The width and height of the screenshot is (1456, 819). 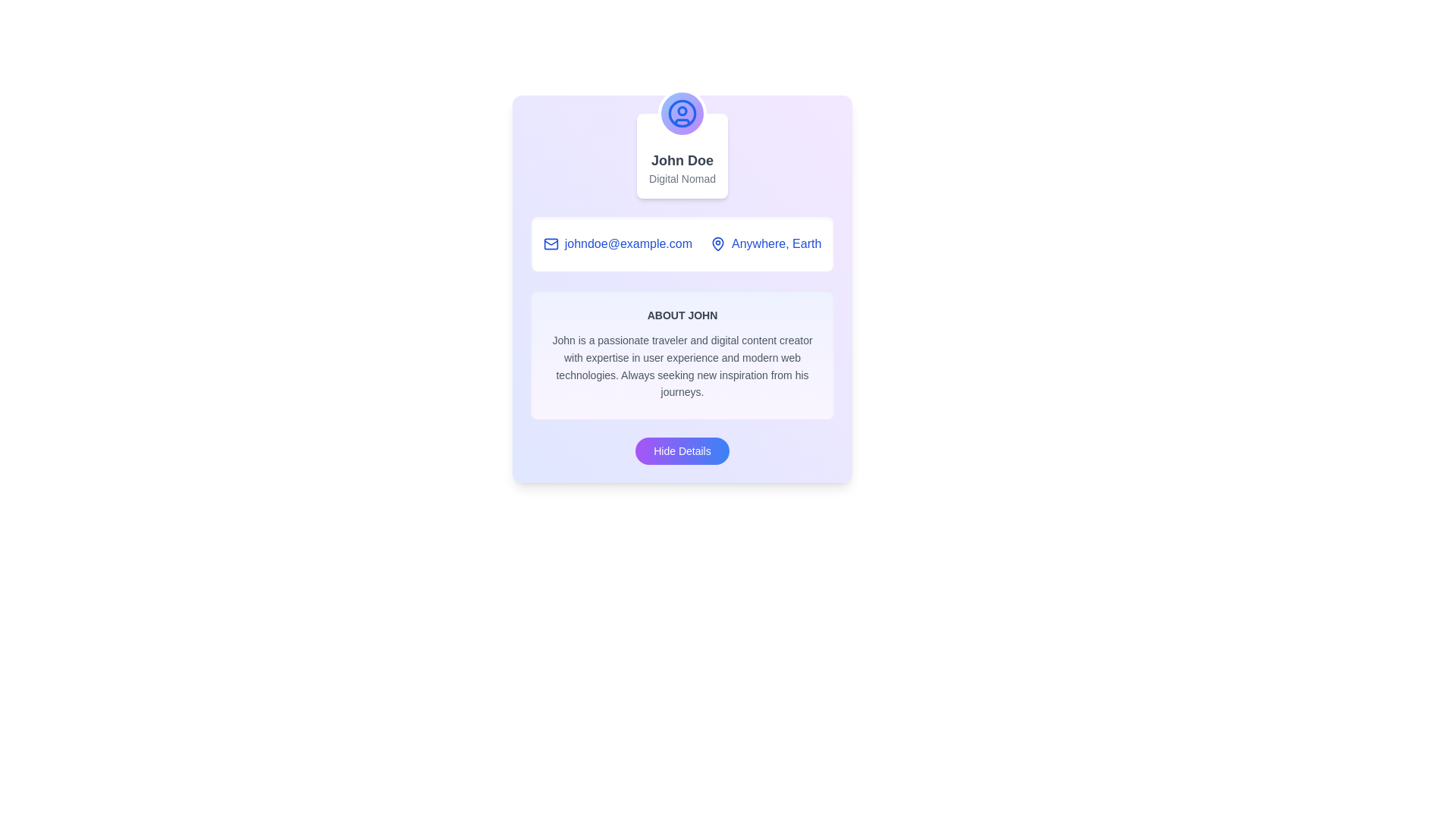 I want to click on the contact and location information section below the 'Digital Nomad' text if it is interactive, so click(x=682, y=243).